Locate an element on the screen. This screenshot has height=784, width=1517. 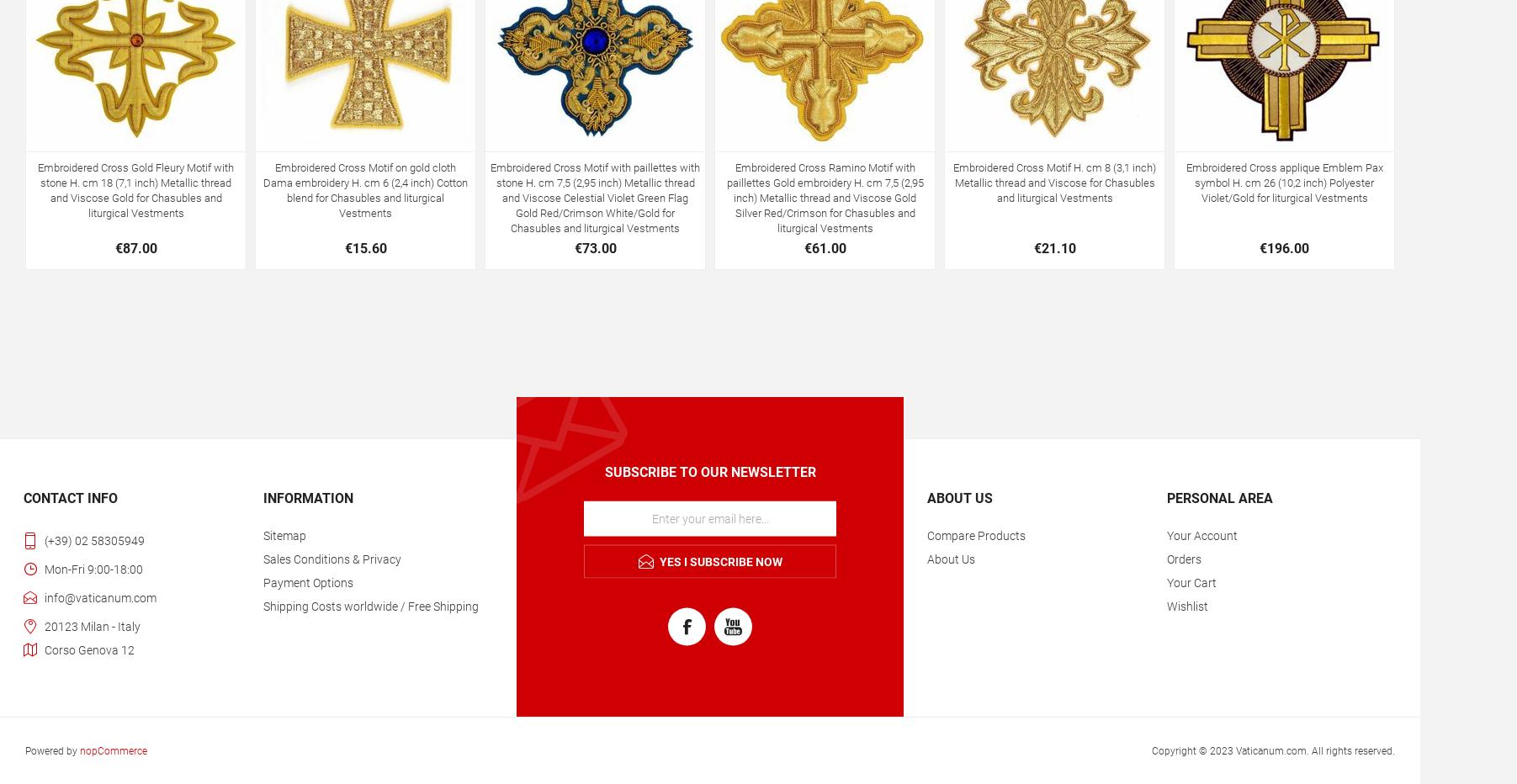
'Embroidered Cross Ramino Motif with paillettes Gold embroidery H. cm 7,5 (2,95 inch) Metallic thread and Viscose Gold Silver Red/Crimson for Chasubles and liturgical Vestments' is located at coordinates (724, 196).